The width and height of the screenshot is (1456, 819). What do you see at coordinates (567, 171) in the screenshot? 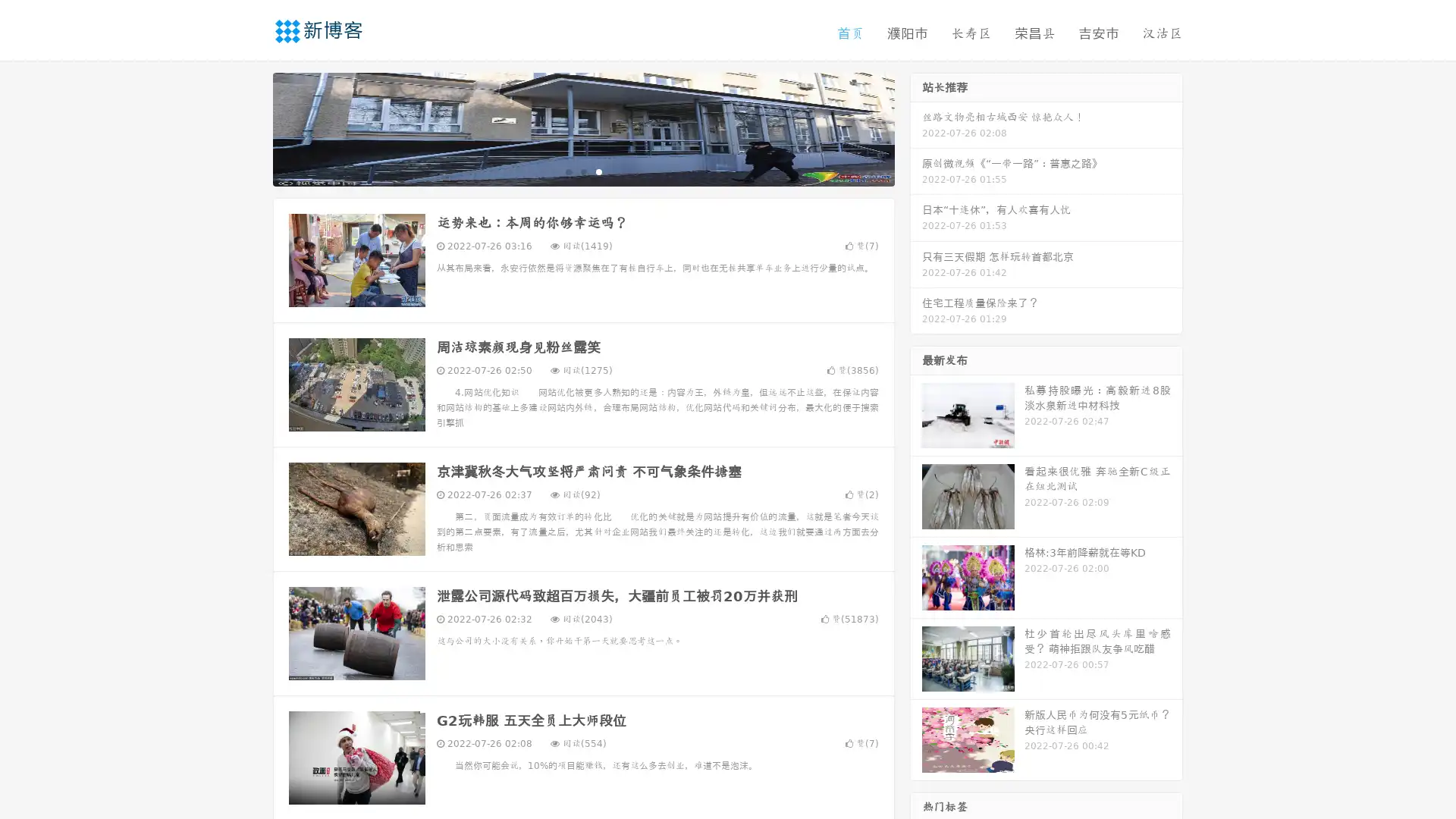
I see `Go to slide 1` at bounding box center [567, 171].